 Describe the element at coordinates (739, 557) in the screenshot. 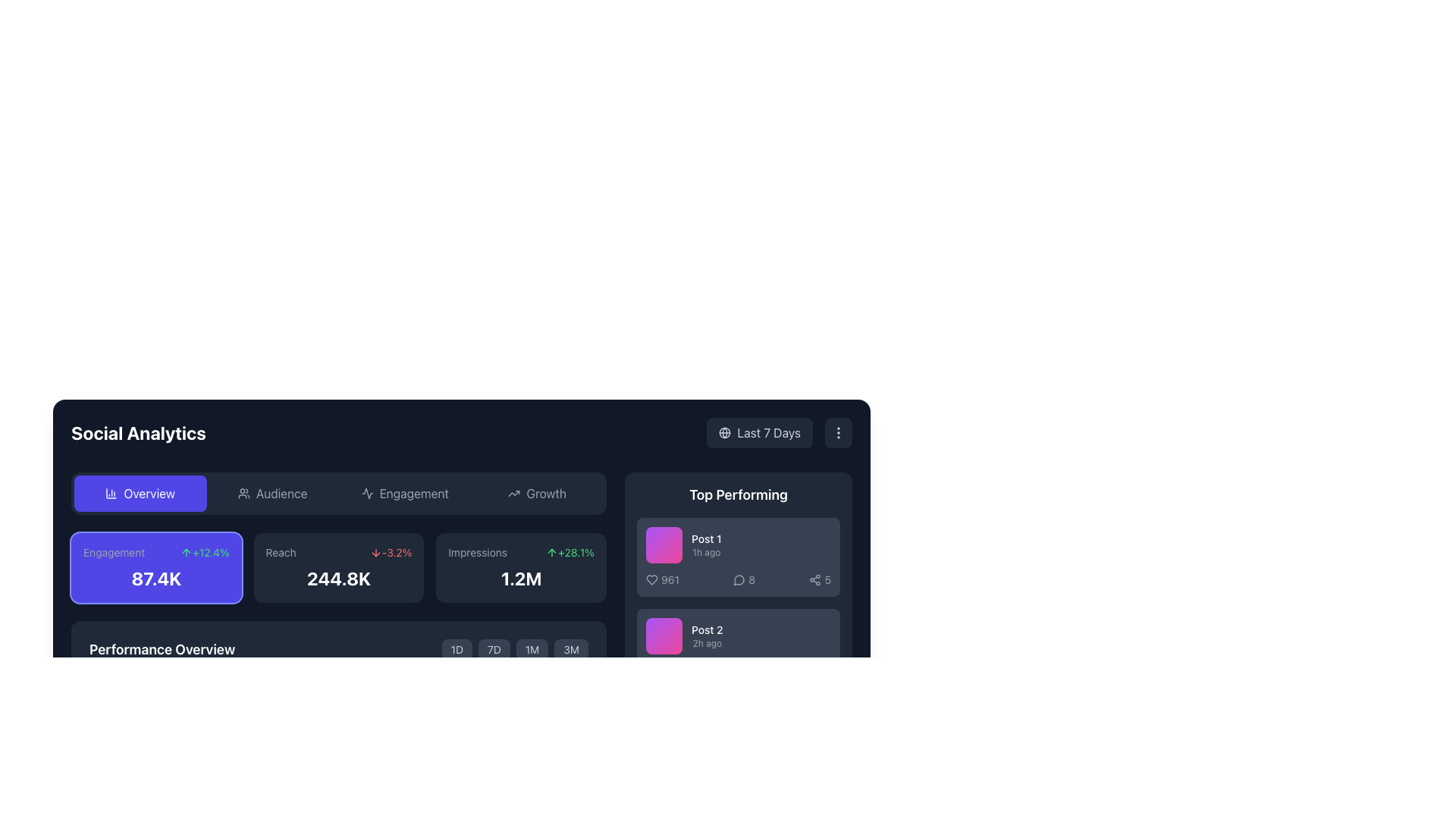

I see `the first card` at that location.